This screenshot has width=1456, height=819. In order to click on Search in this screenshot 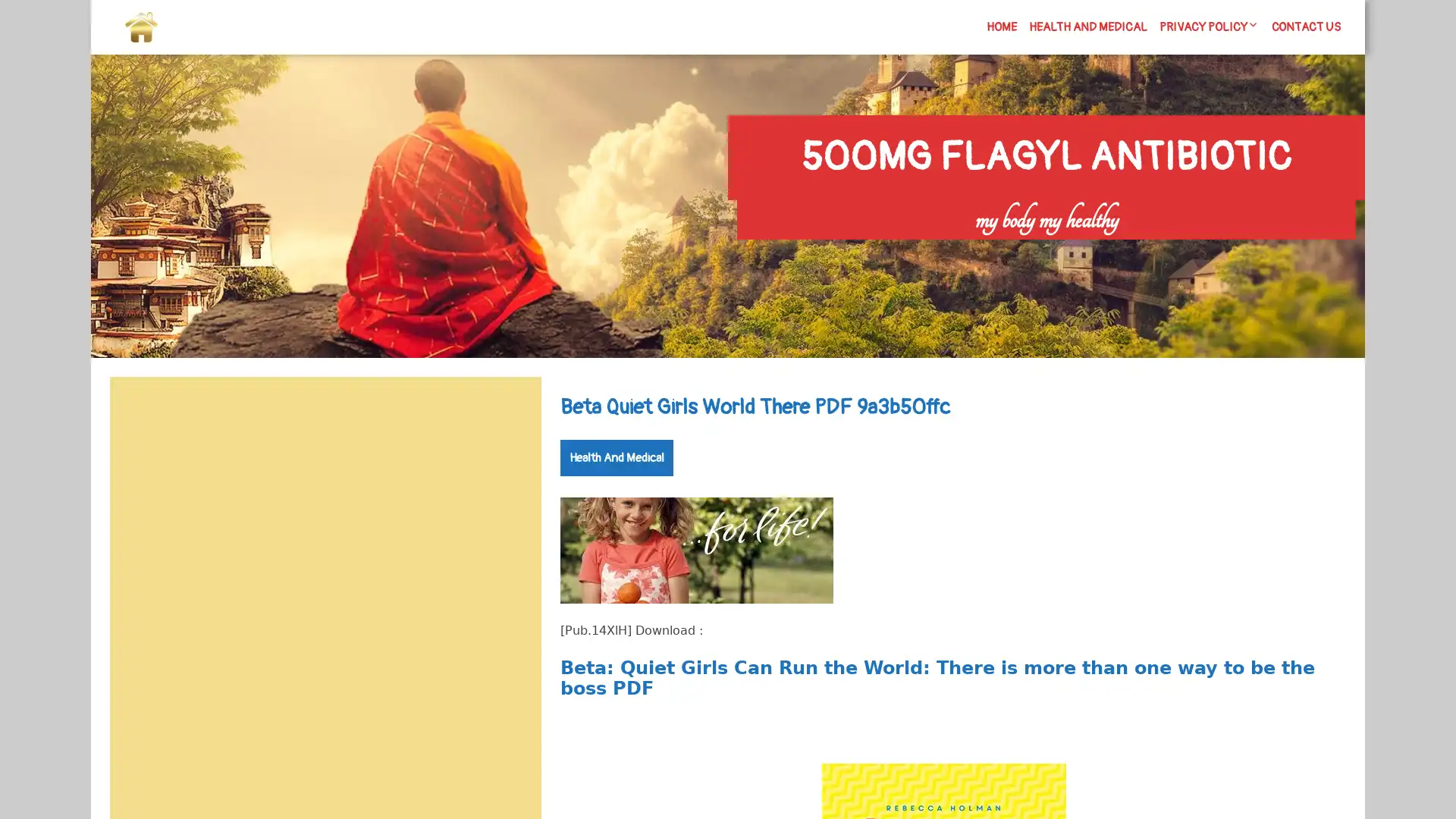, I will do `click(1181, 248)`.